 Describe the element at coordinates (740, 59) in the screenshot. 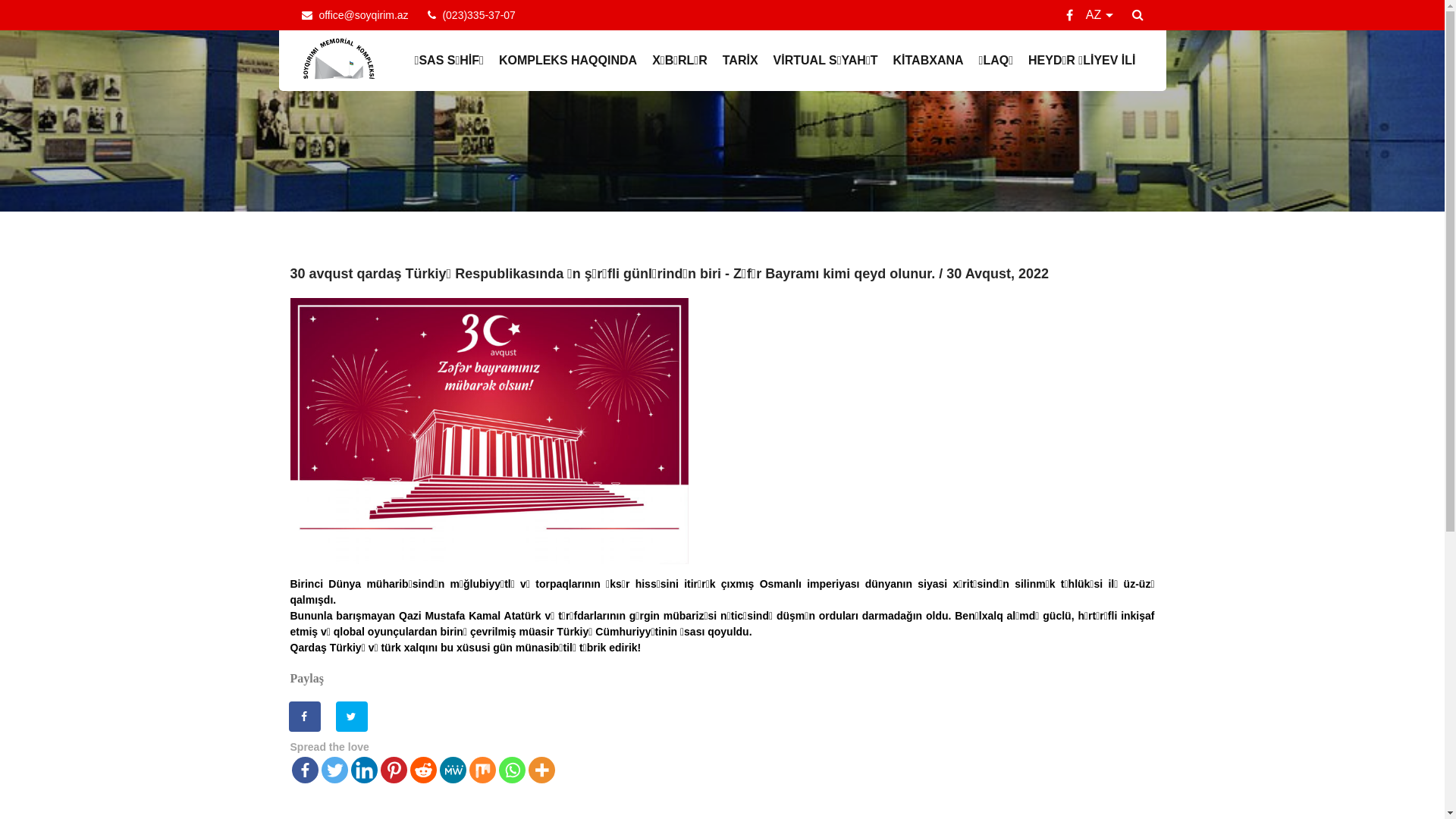

I see `'TARIX'` at that location.